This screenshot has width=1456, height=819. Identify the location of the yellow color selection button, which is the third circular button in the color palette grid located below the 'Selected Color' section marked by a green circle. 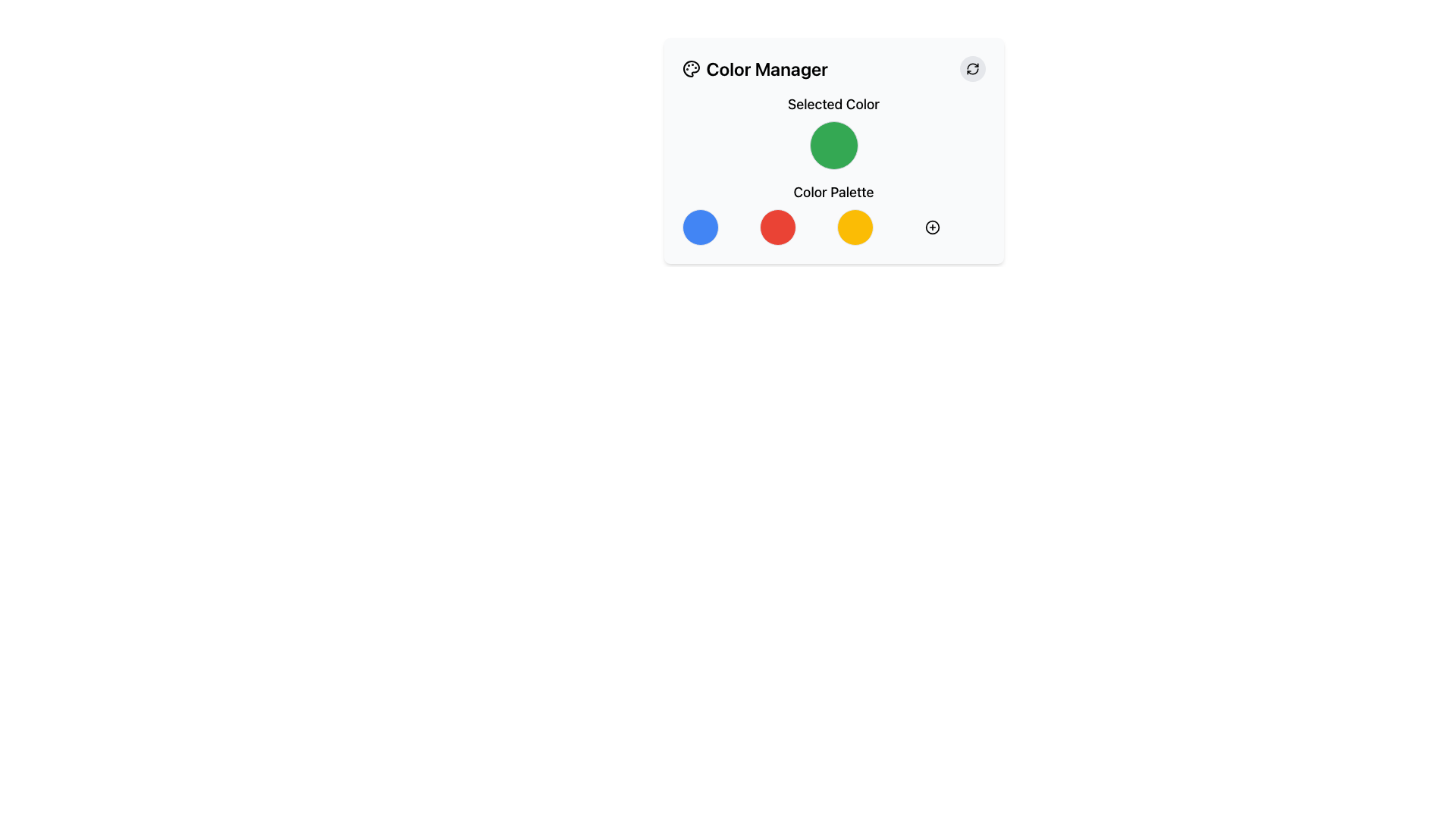
(855, 227).